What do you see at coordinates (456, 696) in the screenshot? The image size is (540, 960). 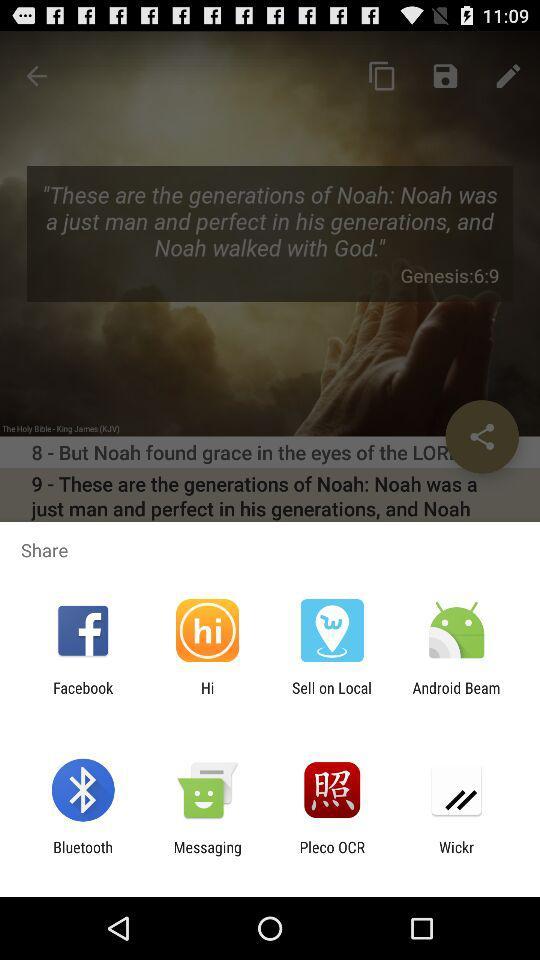 I see `the item to the right of the sell on local app` at bounding box center [456, 696].